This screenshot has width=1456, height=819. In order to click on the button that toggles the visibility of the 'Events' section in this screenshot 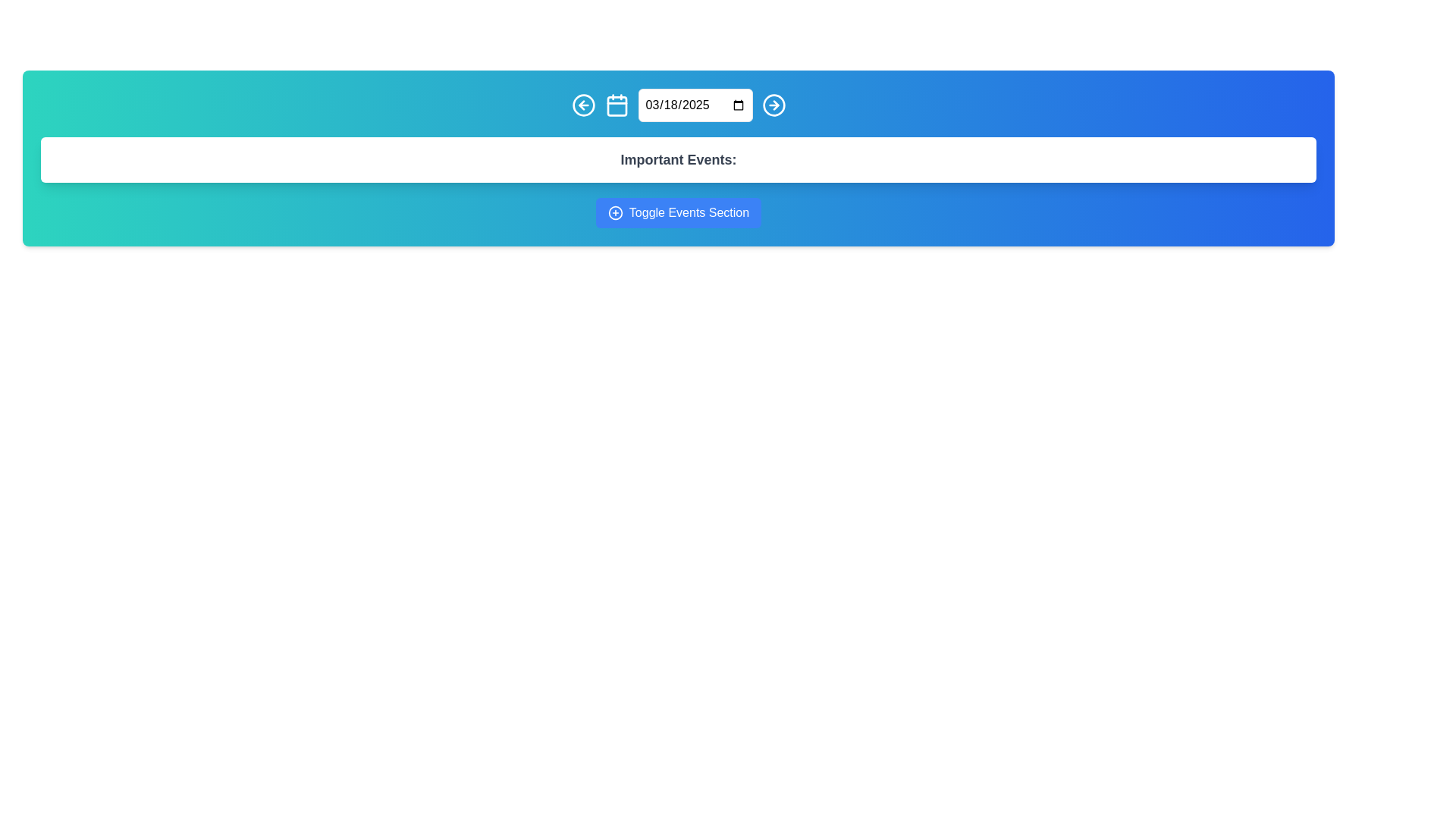, I will do `click(677, 213)`.